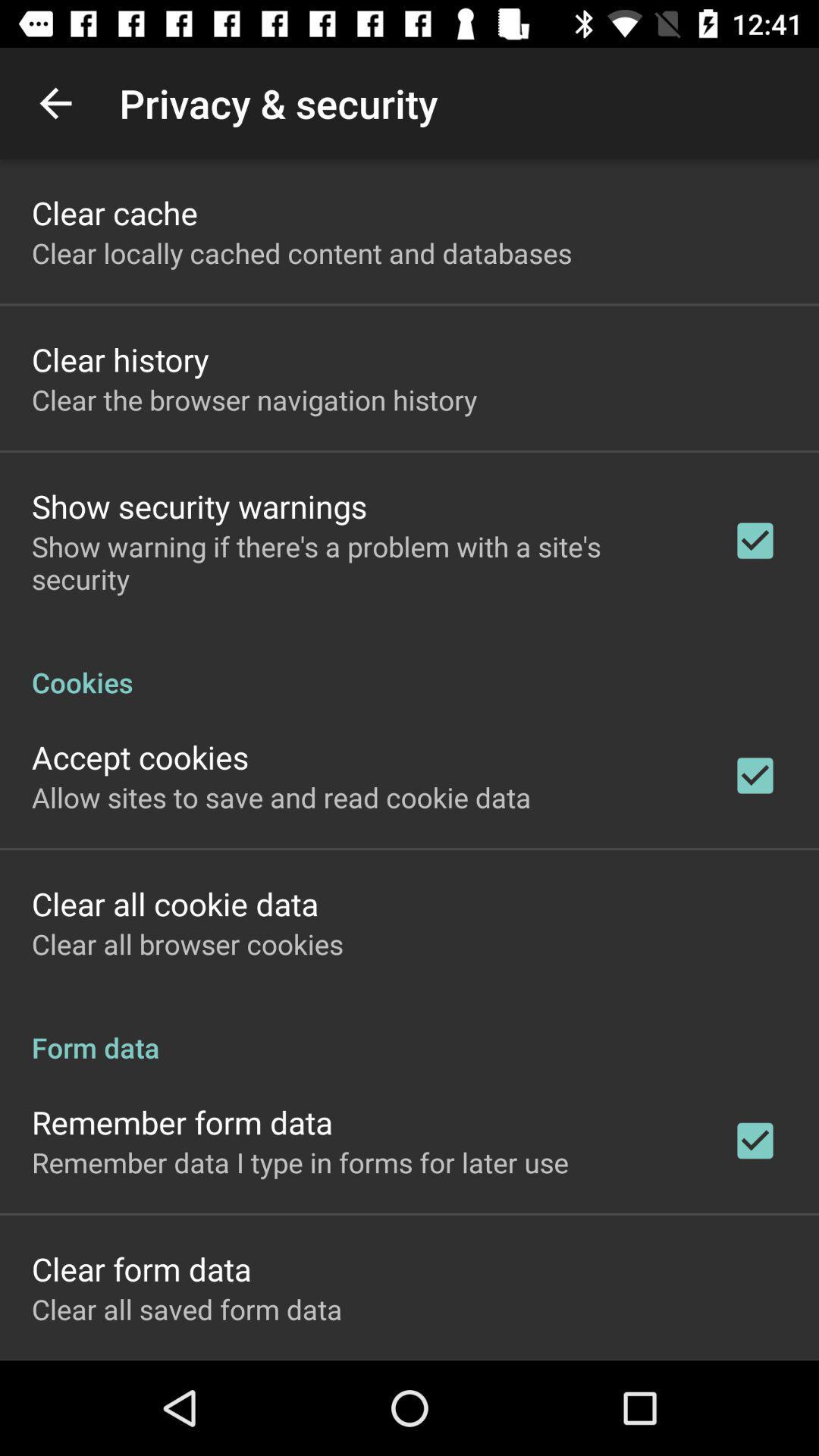 Image resolution: width=819 pixels, height=1456 pixels. I want to click on the accept cookies icon, so click(140, 757).